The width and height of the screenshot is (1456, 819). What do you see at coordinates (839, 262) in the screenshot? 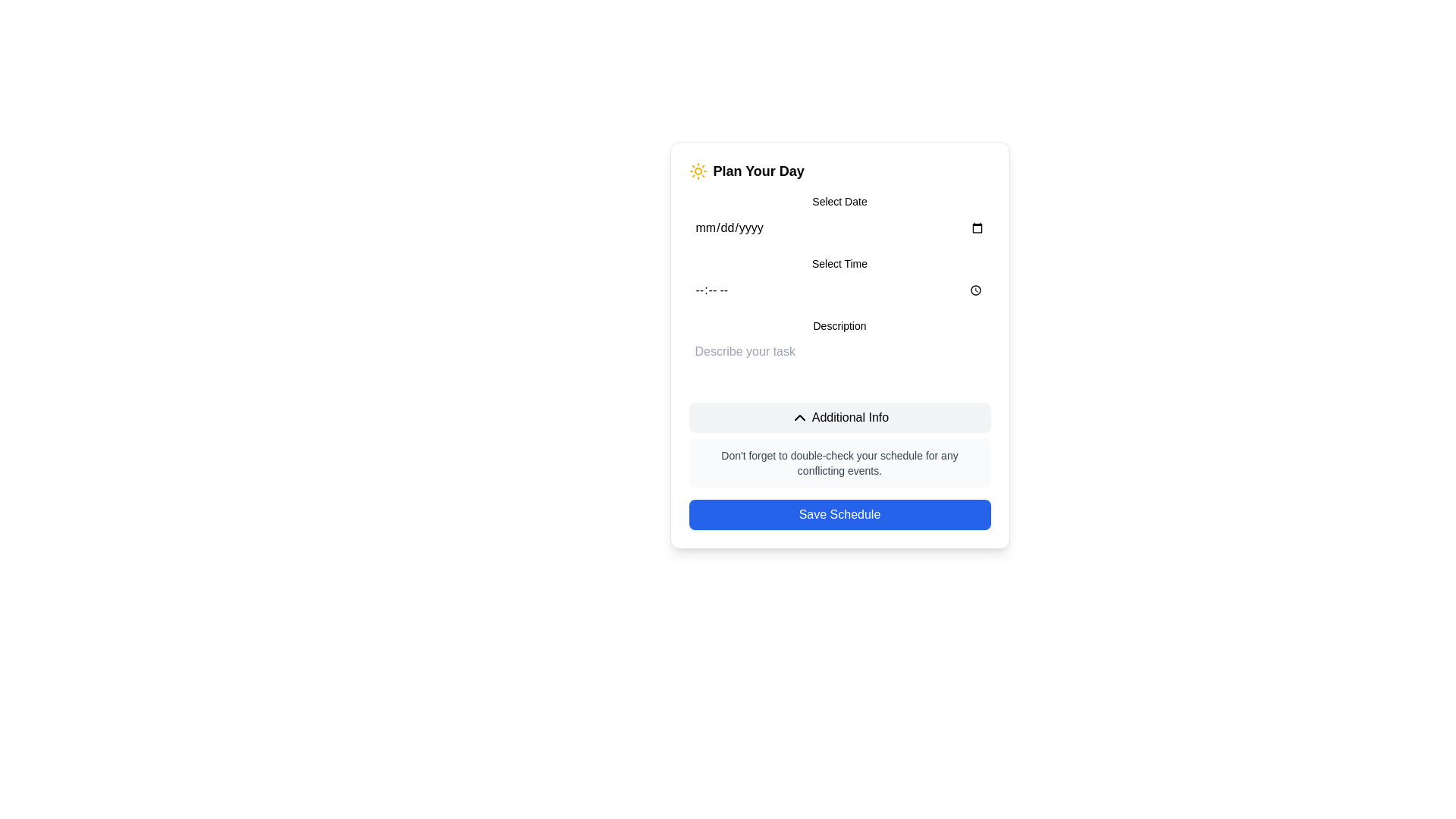
I see `the static text label that guides the user to select a time, located at the top of the 'Select Time' section above the time input field` at bounding box center [839, 262].